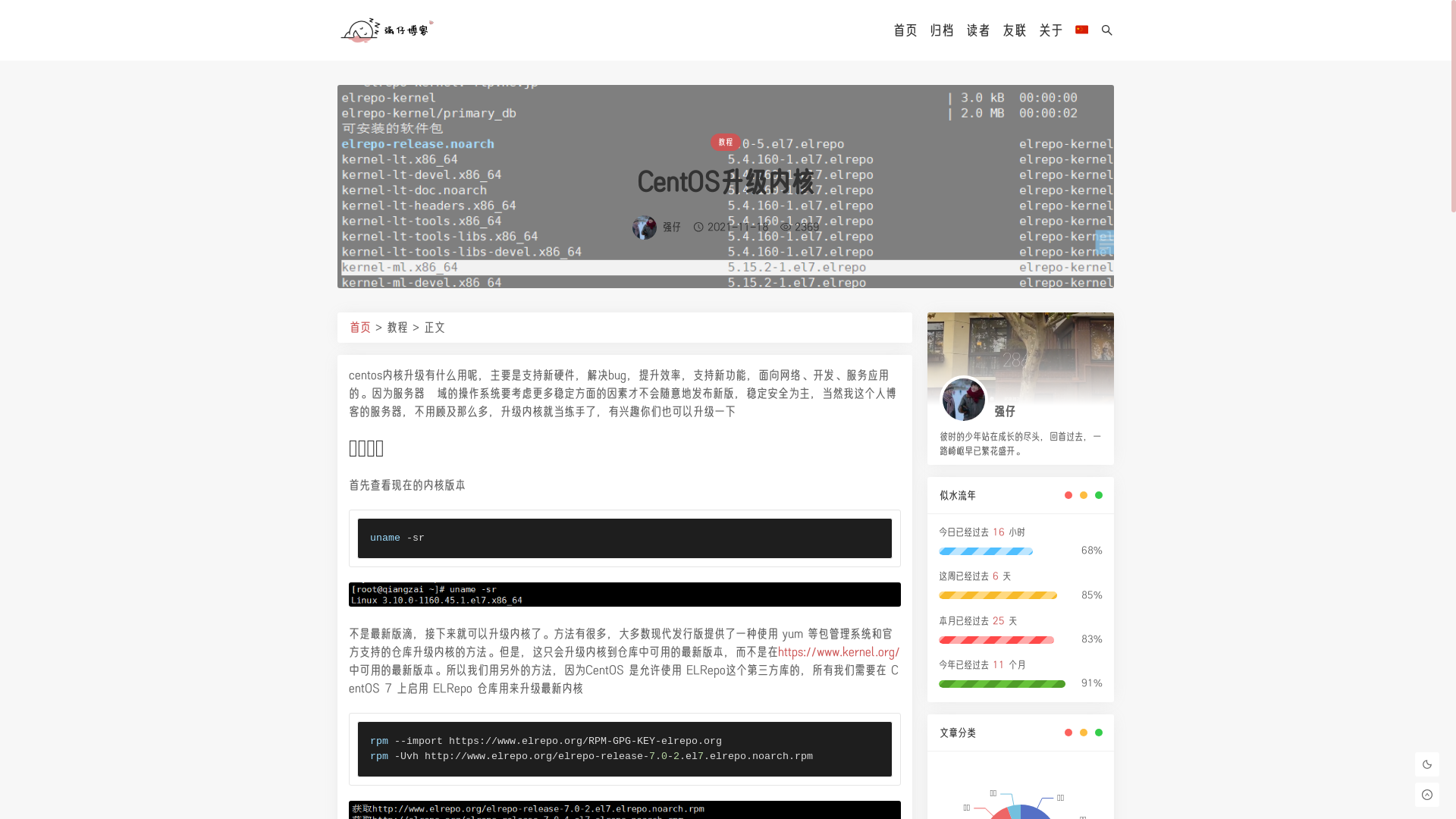 This screenshot has height=819, width=1456. Describe the element at coordinates (838, 651) in the screenshot. I see `'https://www.kernel.org/'` at that location.